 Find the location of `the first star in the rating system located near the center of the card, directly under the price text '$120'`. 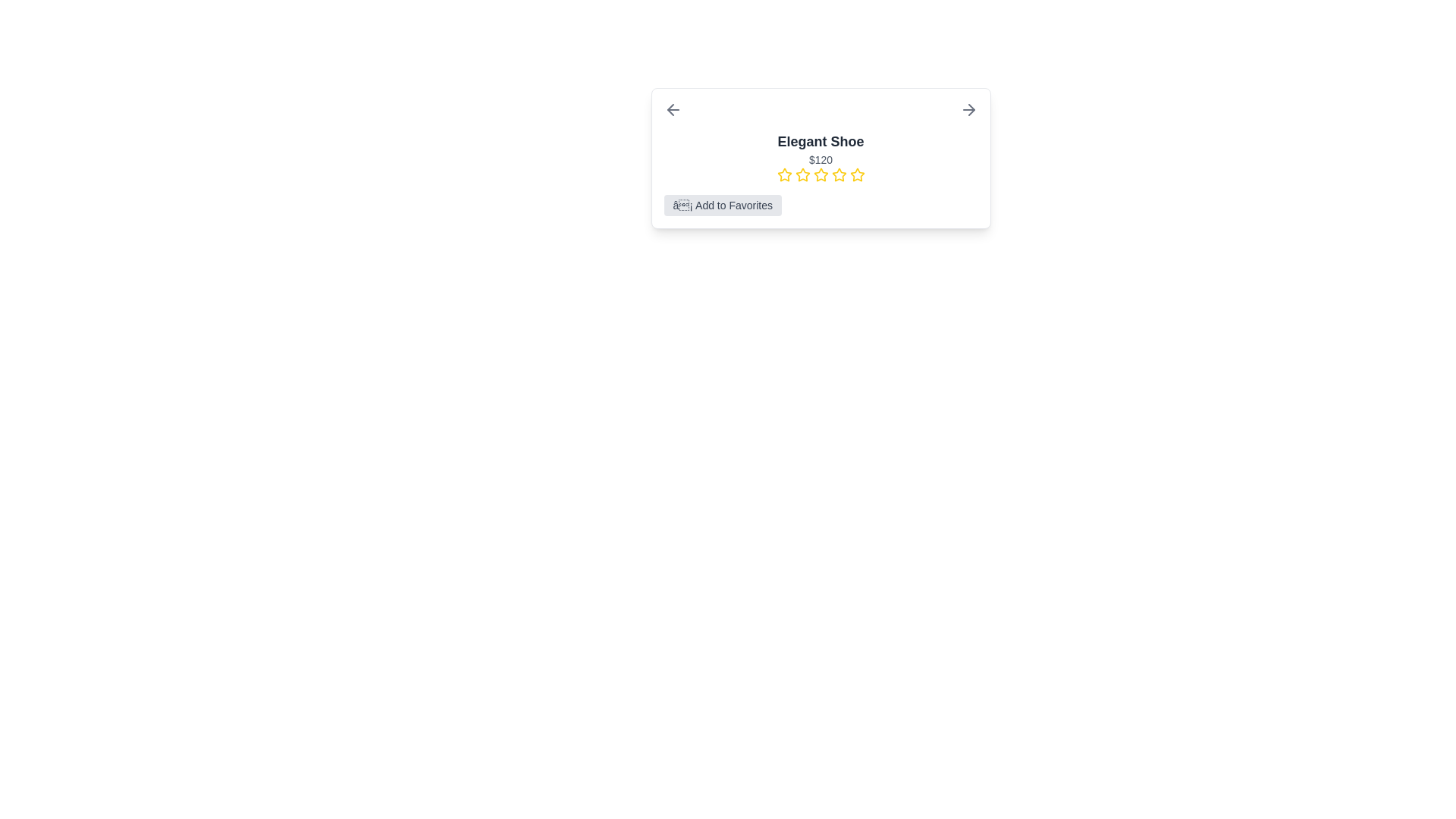

the first star in the rating system located near the center of the card, directly under the price text '$120' is located at coordinates (784, 174).